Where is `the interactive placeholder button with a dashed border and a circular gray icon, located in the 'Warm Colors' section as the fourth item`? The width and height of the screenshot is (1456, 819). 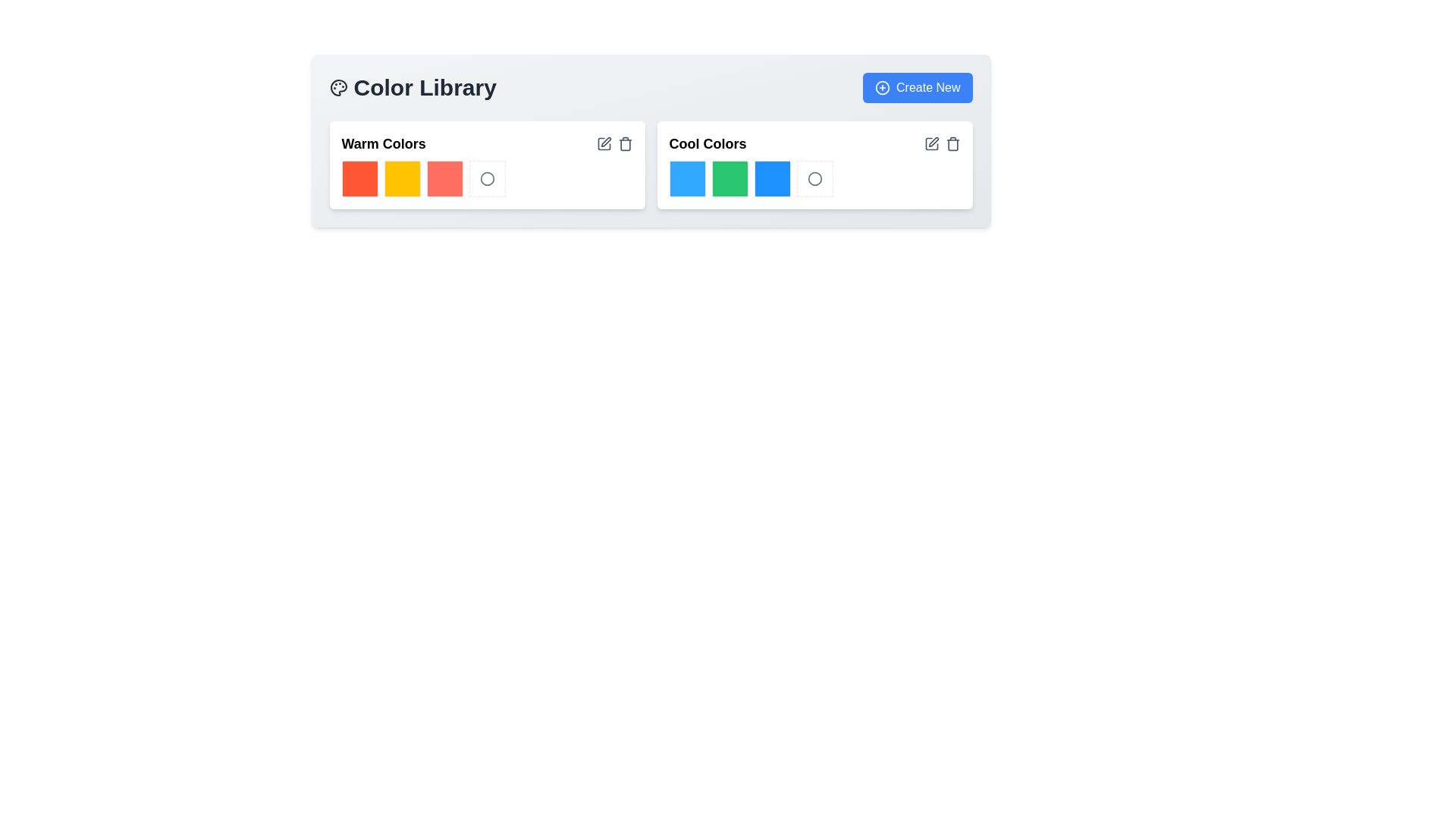 the interactive placeholder button with a dashed border and a circular gray icon, located in the 'Warm Colors' section as the fourth item is located at coordinates (487, 177).